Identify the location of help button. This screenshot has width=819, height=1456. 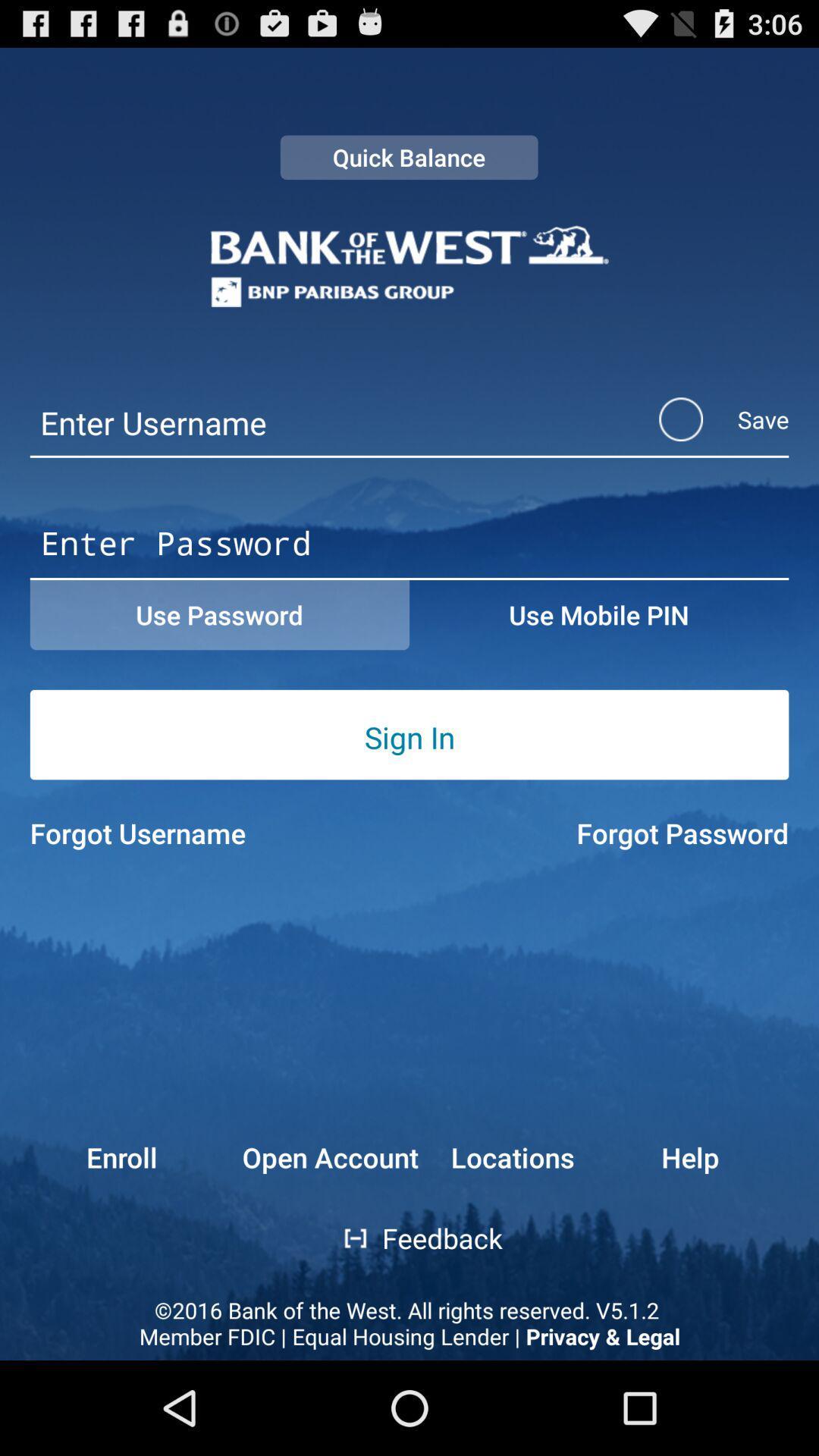
(724, 1156).